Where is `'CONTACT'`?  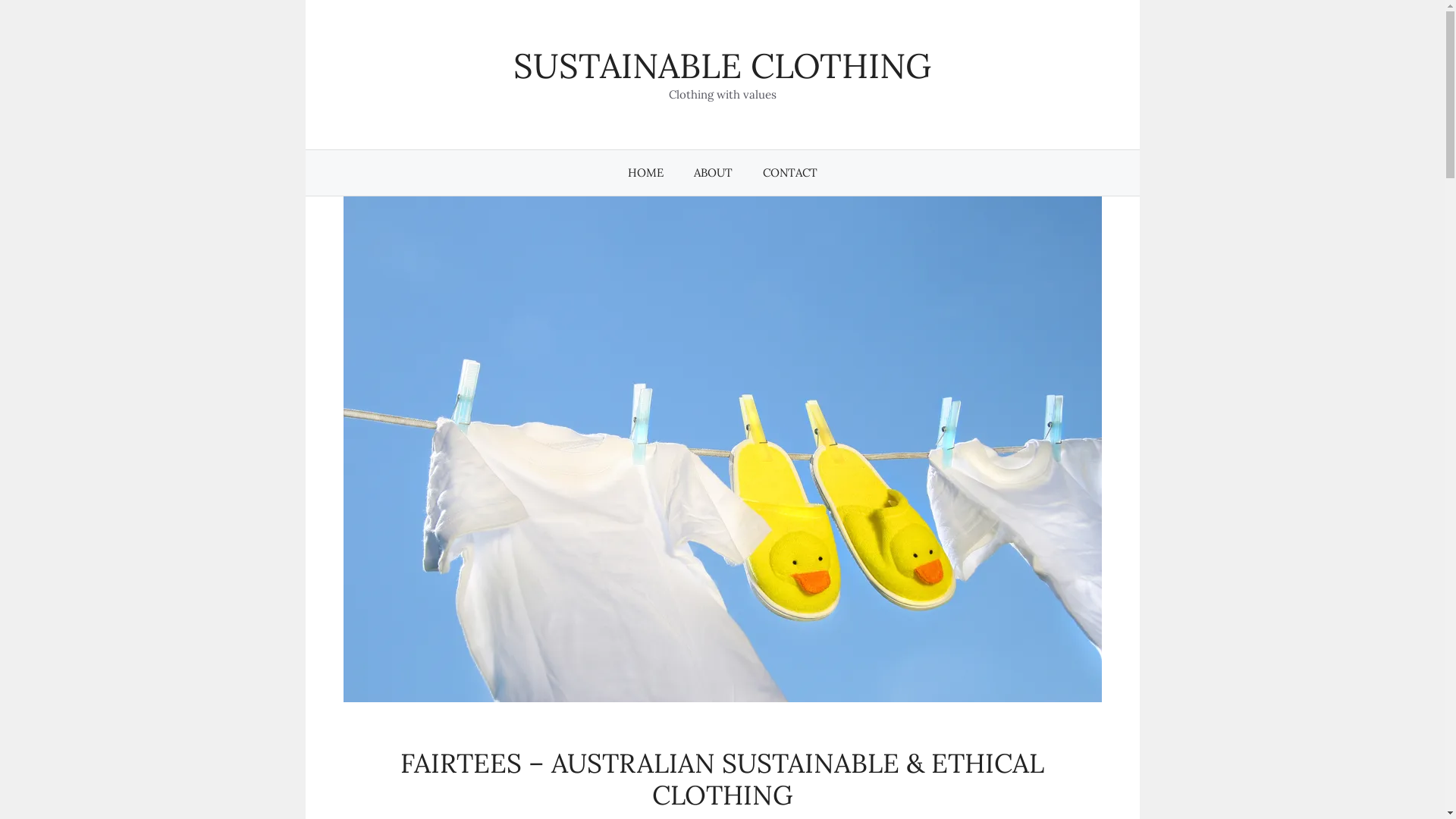 'CONTACT' is located at coordinates (789, 171).